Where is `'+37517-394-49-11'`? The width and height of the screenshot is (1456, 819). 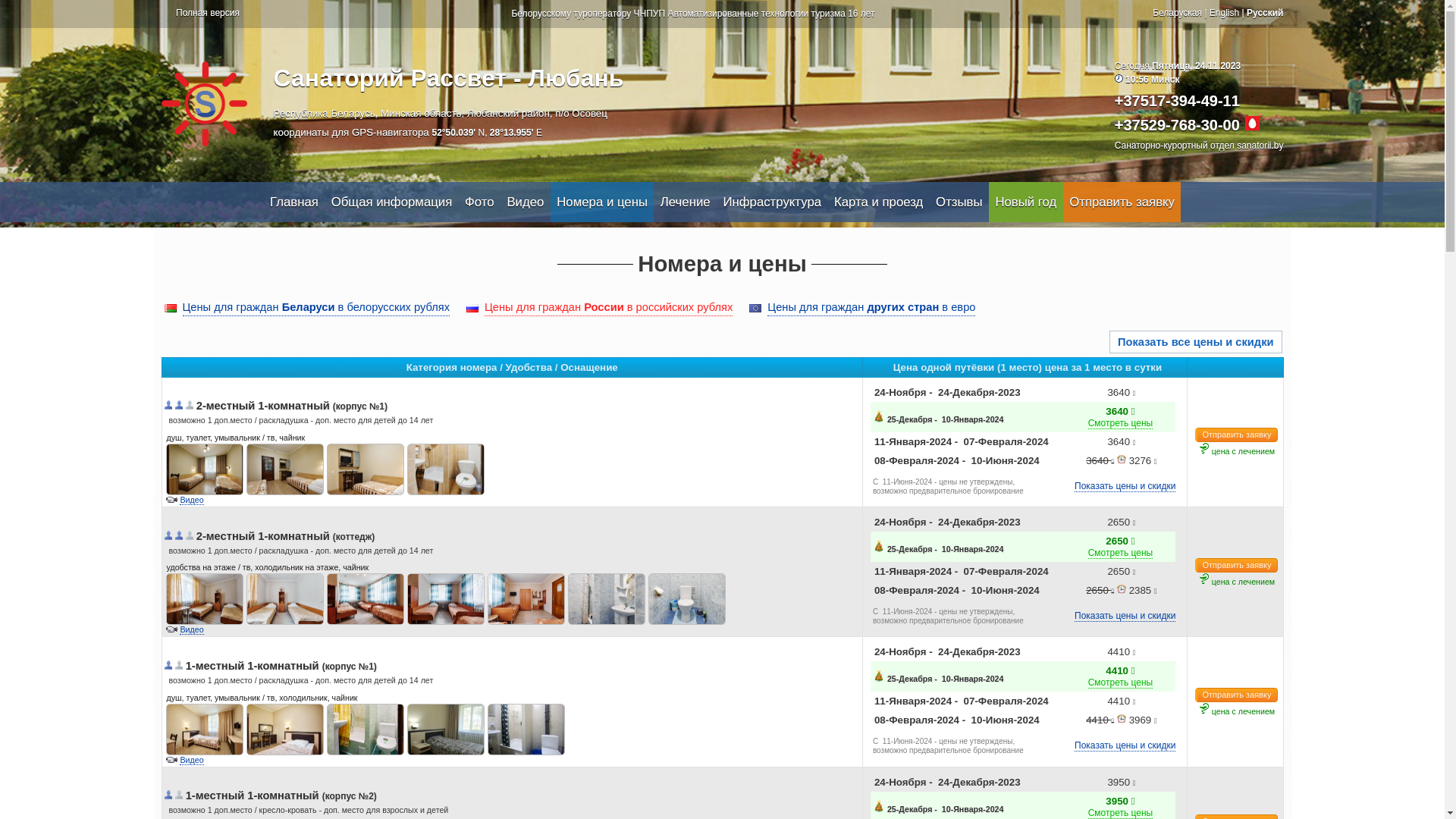
'+37517-394-49-11' is located at coordinates (1176, 100).